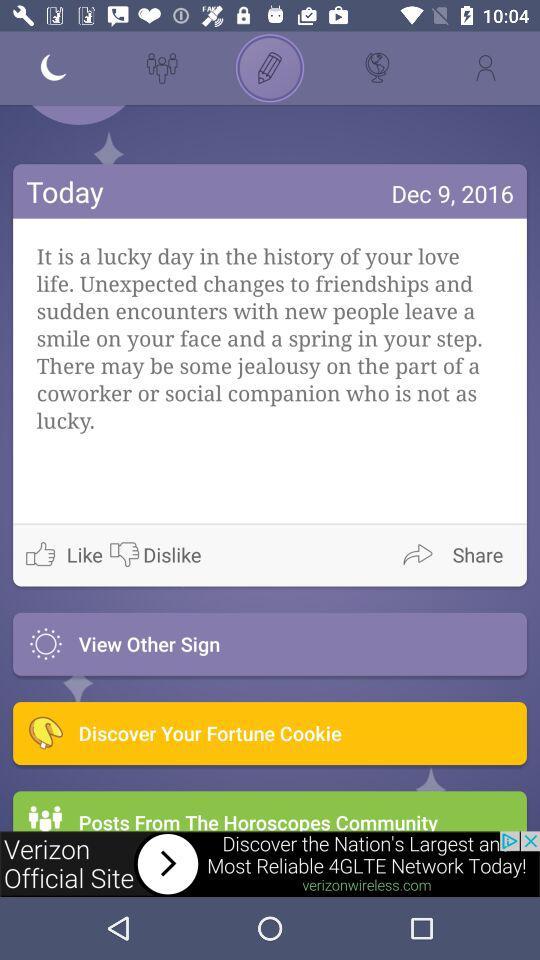 Image resolution: width=540 pixels, height=960 pixels. Describe the element at coordinates (270, 863) in the screenshot. I see `verizon advertisement` at that location.